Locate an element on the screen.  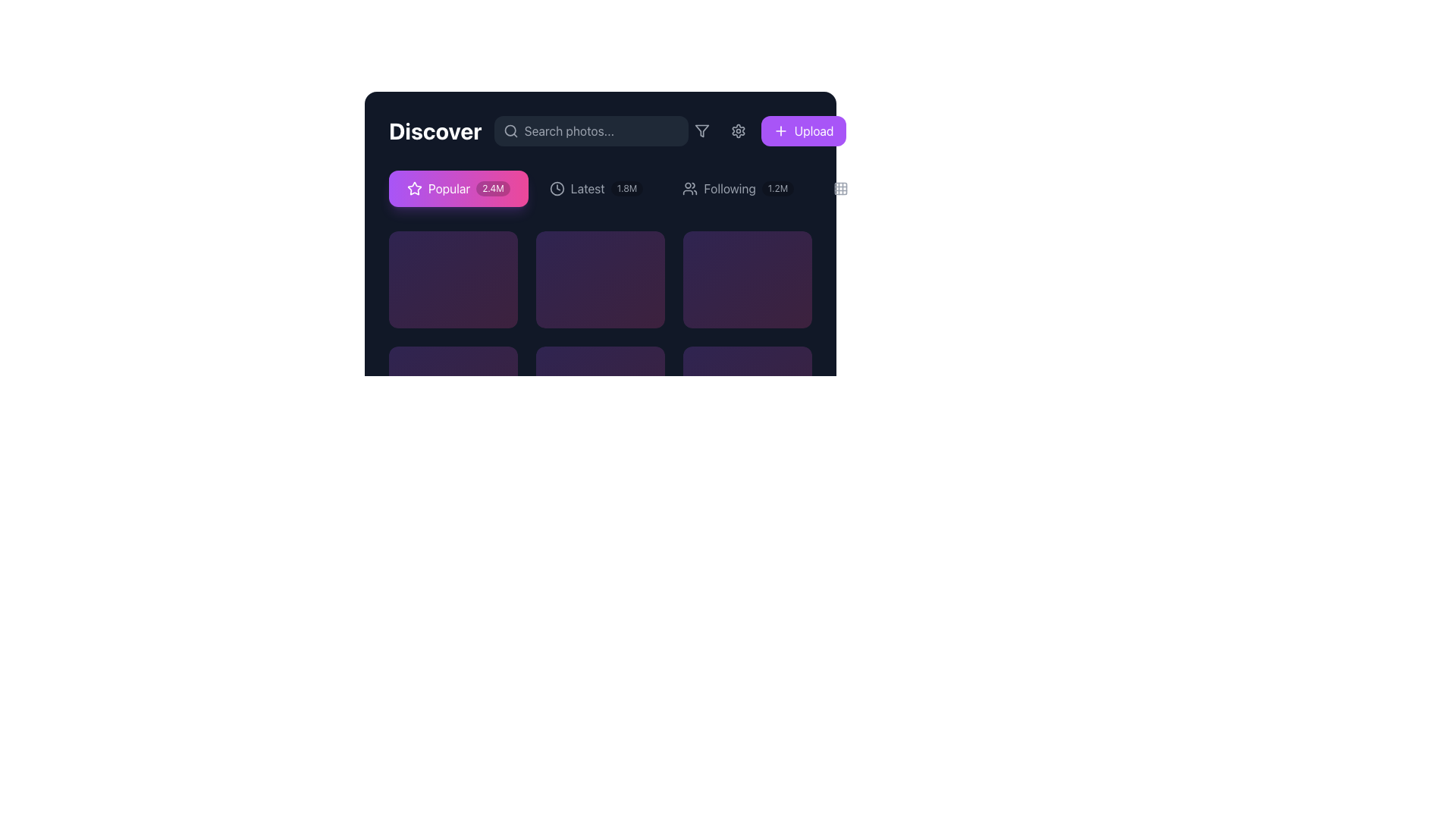
the gear icon button located in the upper-right section of the dark-themed top navigation bar is located at coordinates (738, 130).